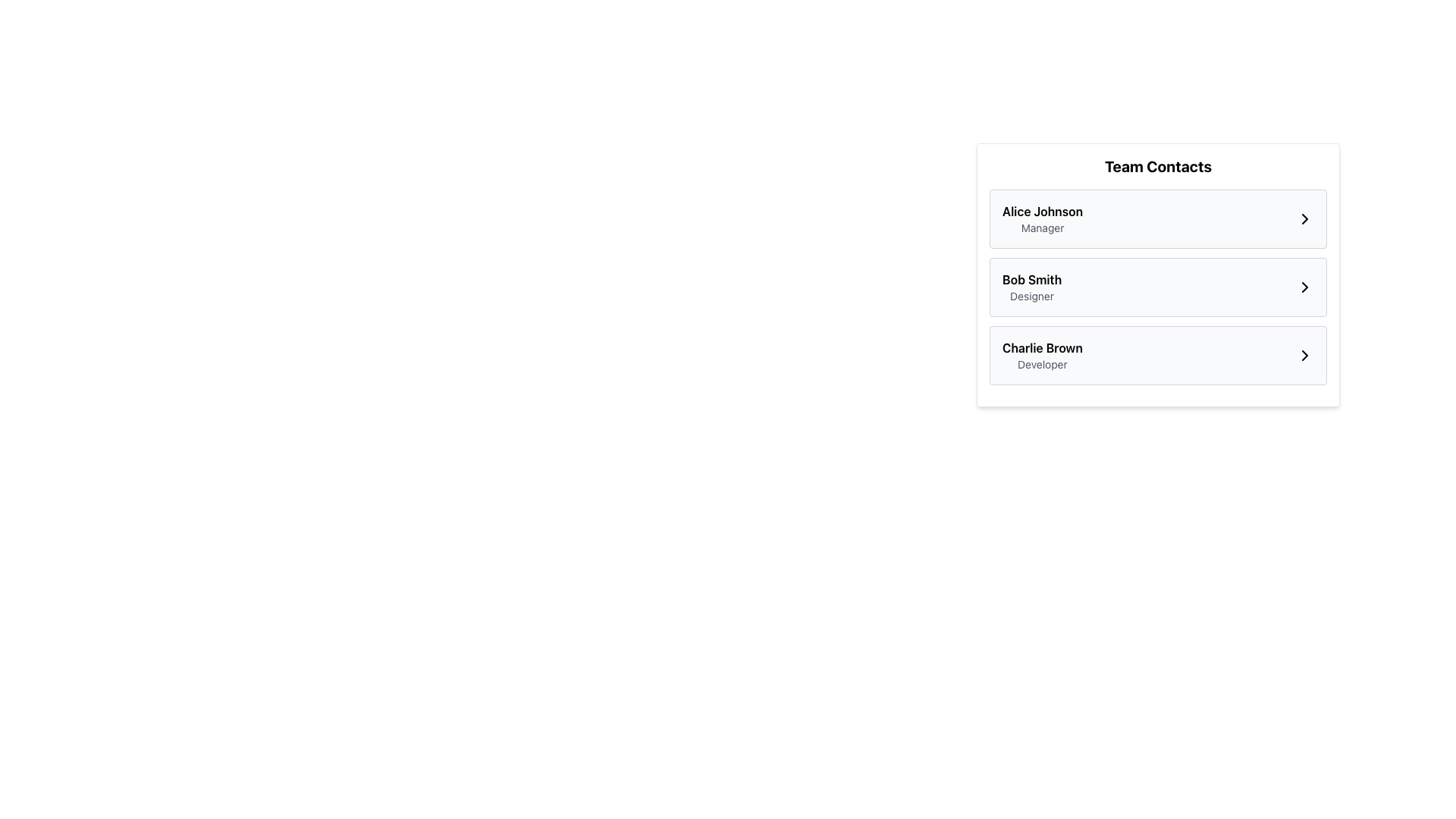 The width and height of the screenshot is (1456, 819). What do you see at coordinates (1042, 227) in the screenshot?
I see `the text label displaying the designation 'Manager' for the individual named Alice Johnson, located in the top-left card of the 'Team Contacts' list` at bounding box center [1042, 227].